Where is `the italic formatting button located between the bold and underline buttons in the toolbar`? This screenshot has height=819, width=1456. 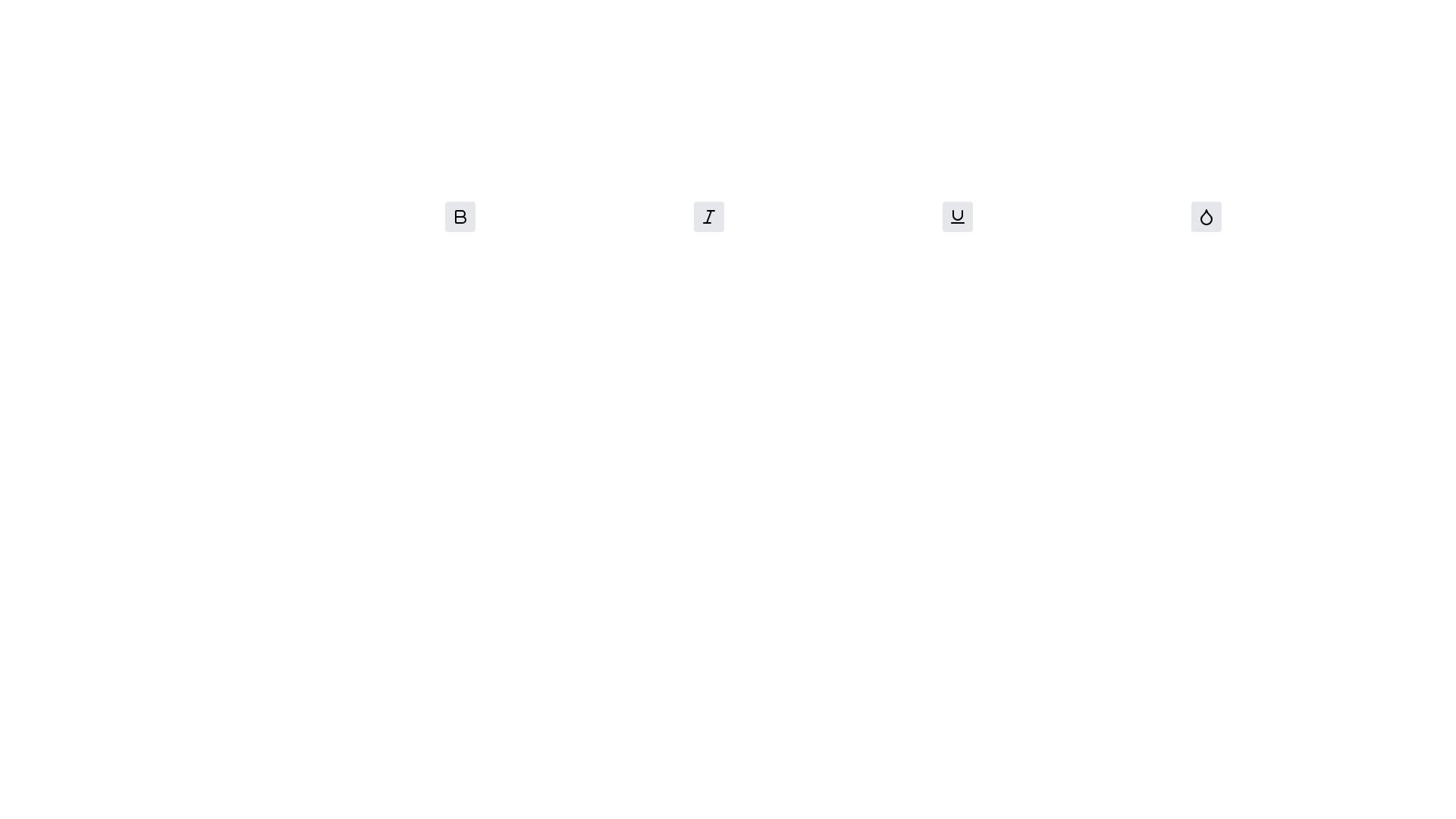
the italic formatting button located between the bold and underline buttons in the toolbar is located at coordinates (708, 216).